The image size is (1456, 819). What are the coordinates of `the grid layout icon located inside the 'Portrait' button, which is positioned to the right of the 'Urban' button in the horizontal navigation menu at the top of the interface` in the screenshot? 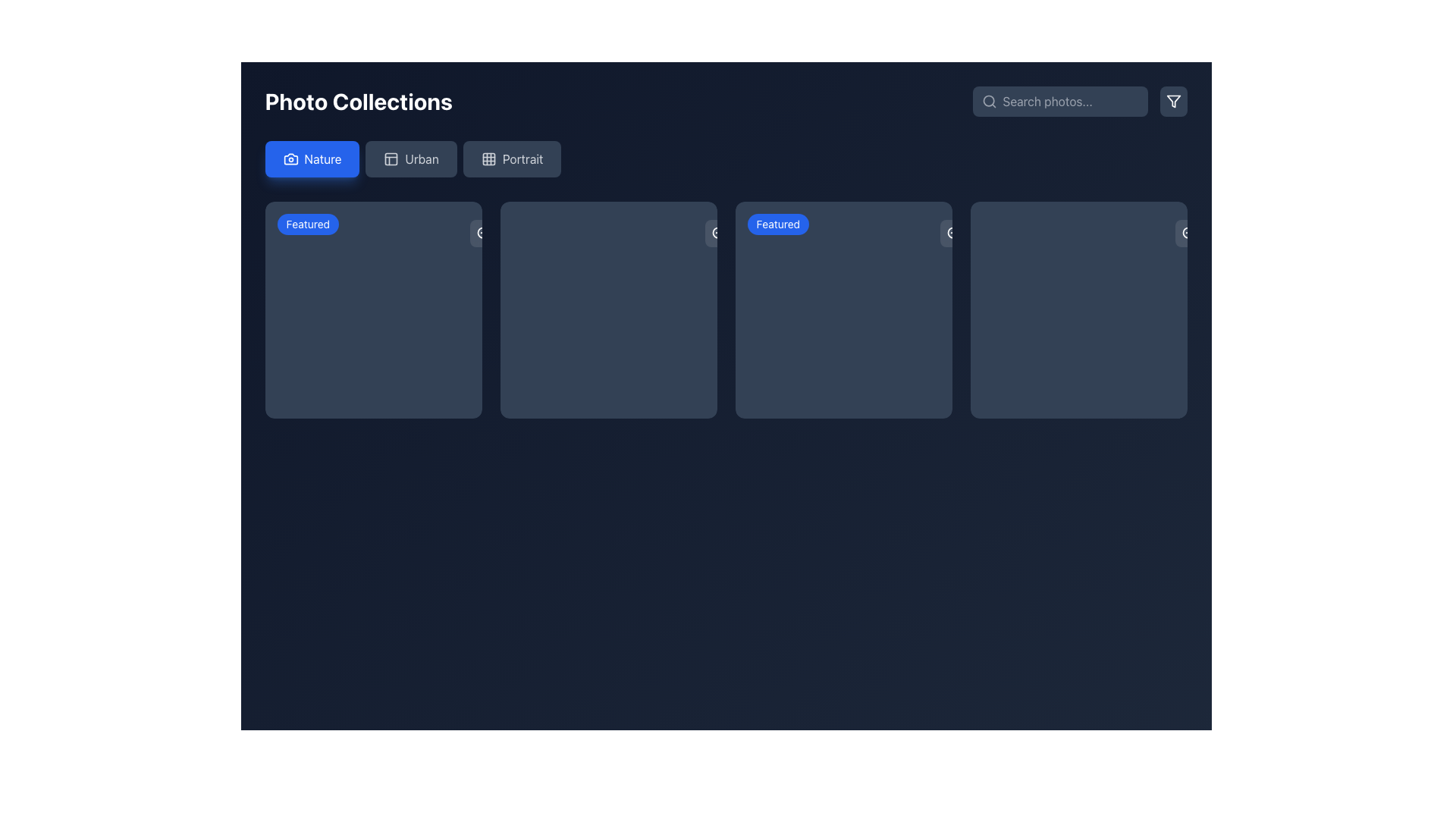 It's located at (488, 158).